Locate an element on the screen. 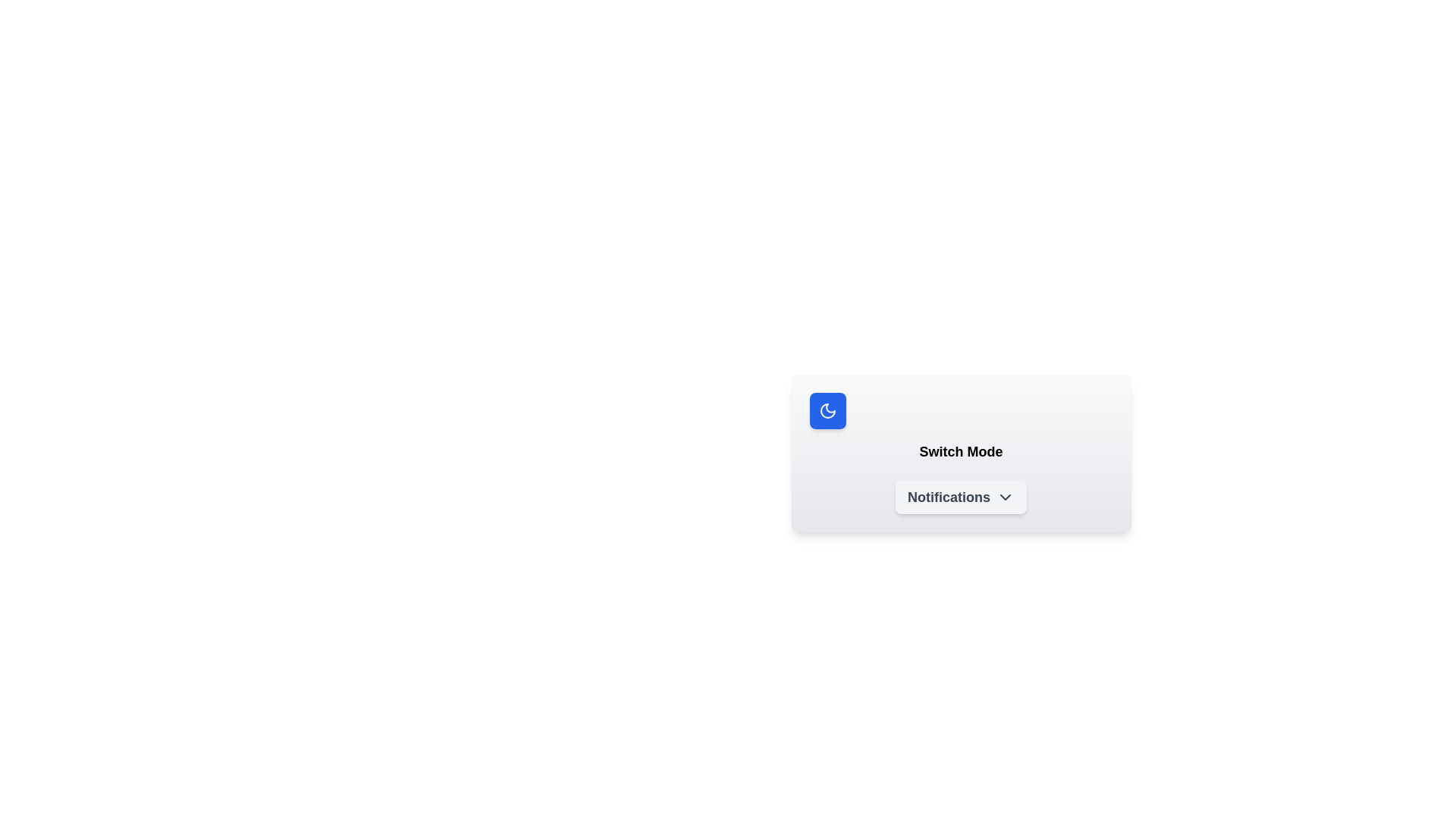  the crescent moon icon located within the blue circular button in the upper-left corner of the 'Switch Mode' card is located at coordinates (827, 411).